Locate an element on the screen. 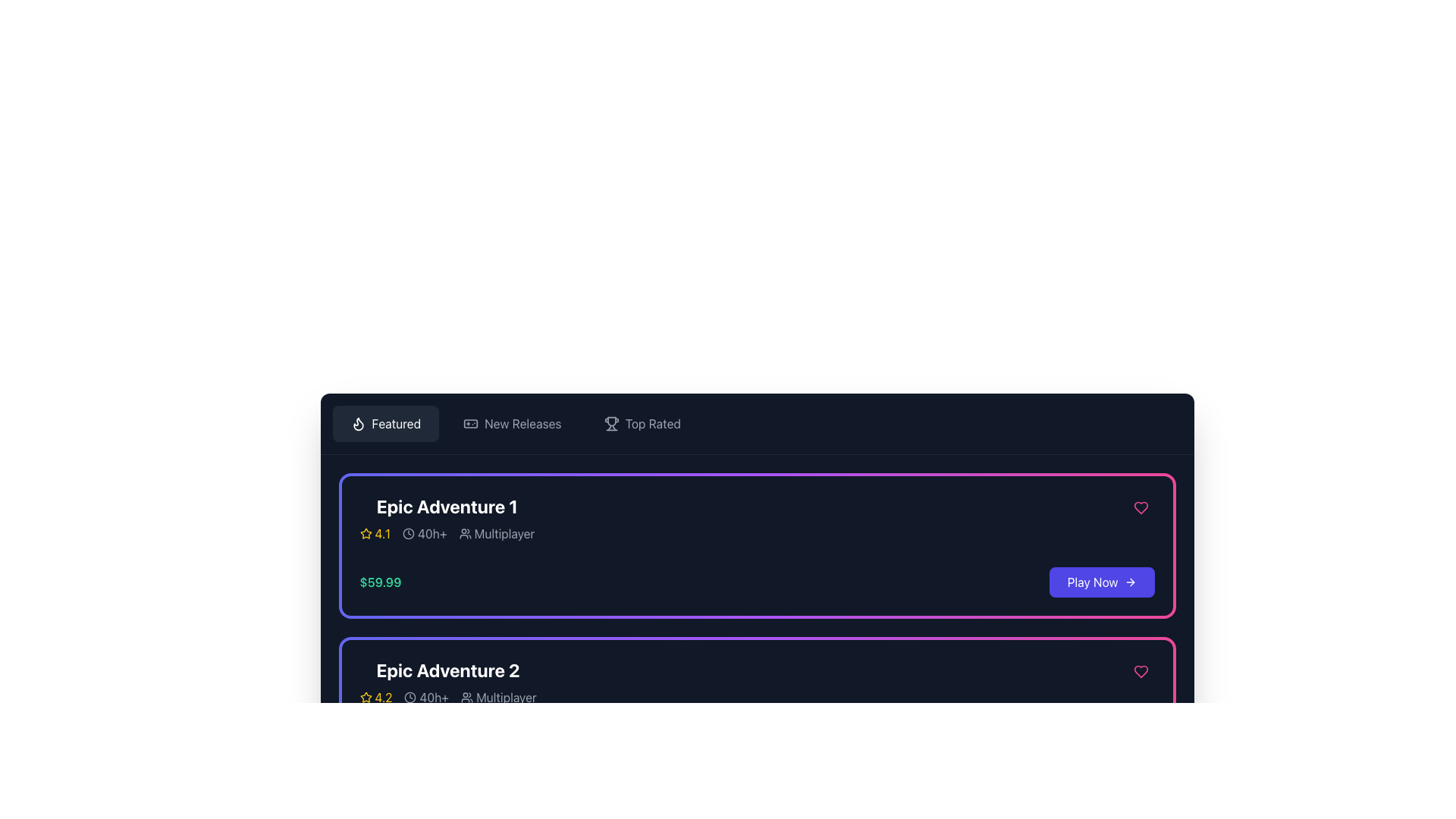 Image resolution: width=1456 pixels, height=819 pixels. the star-shaped rating icon, which is yellow and located to the left of the textual rating value '4.1' is located at coordinates (366, 533).